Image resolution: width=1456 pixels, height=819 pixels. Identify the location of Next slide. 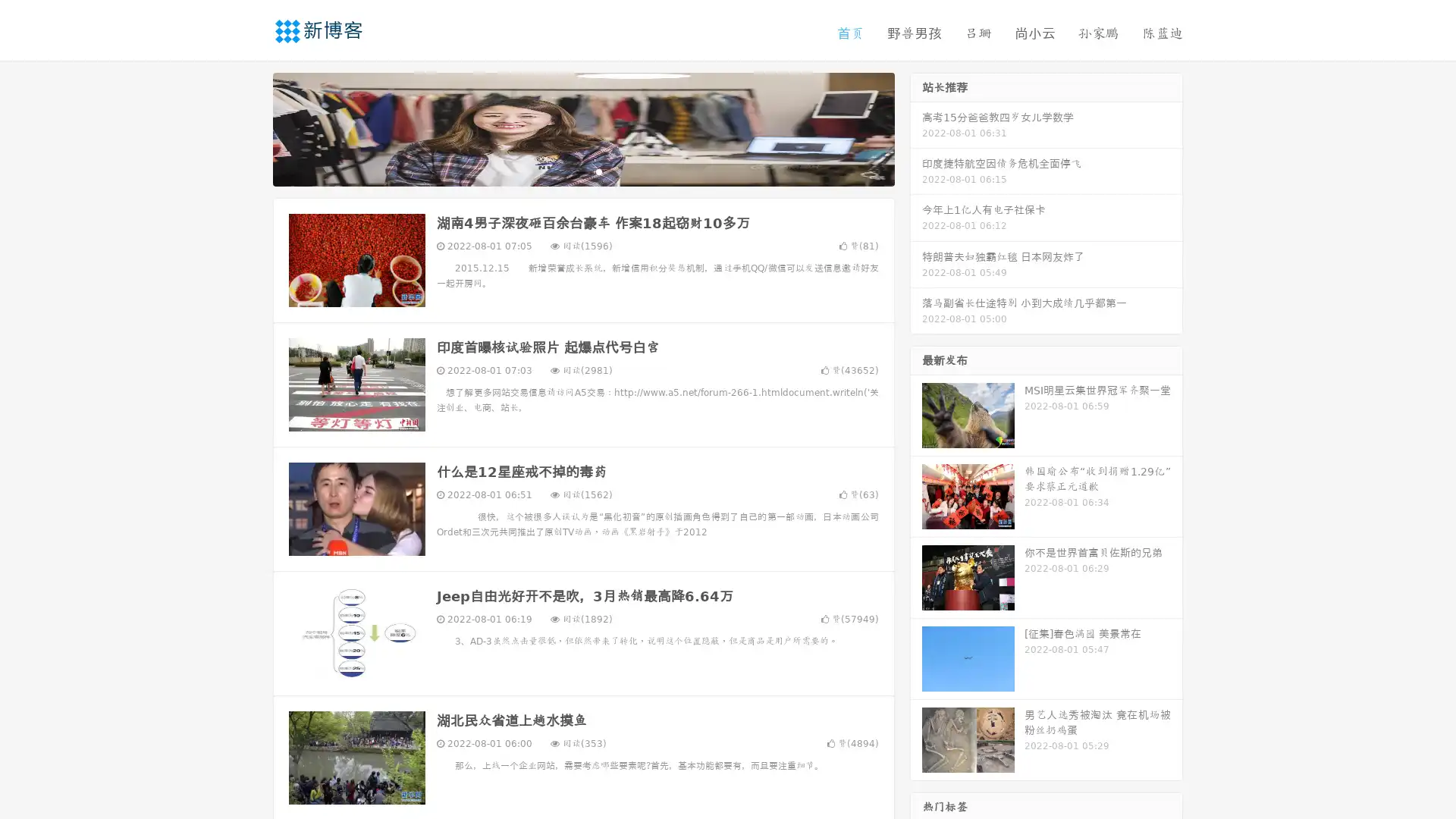
(916, 127).